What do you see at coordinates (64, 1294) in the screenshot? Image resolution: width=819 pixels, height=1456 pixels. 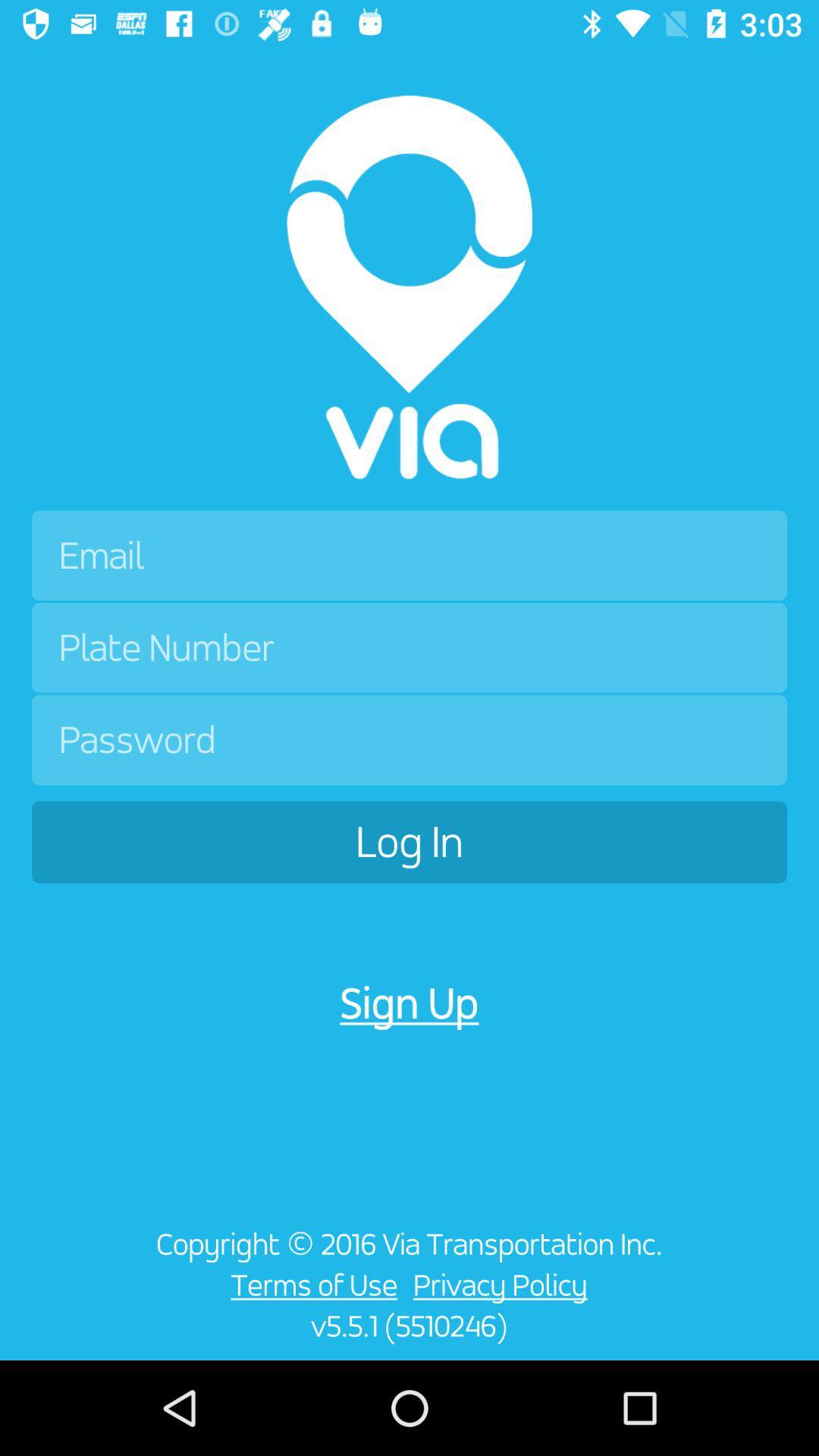 I see `item to the left of the terms of use icon` at bounding box center [64, 1294].